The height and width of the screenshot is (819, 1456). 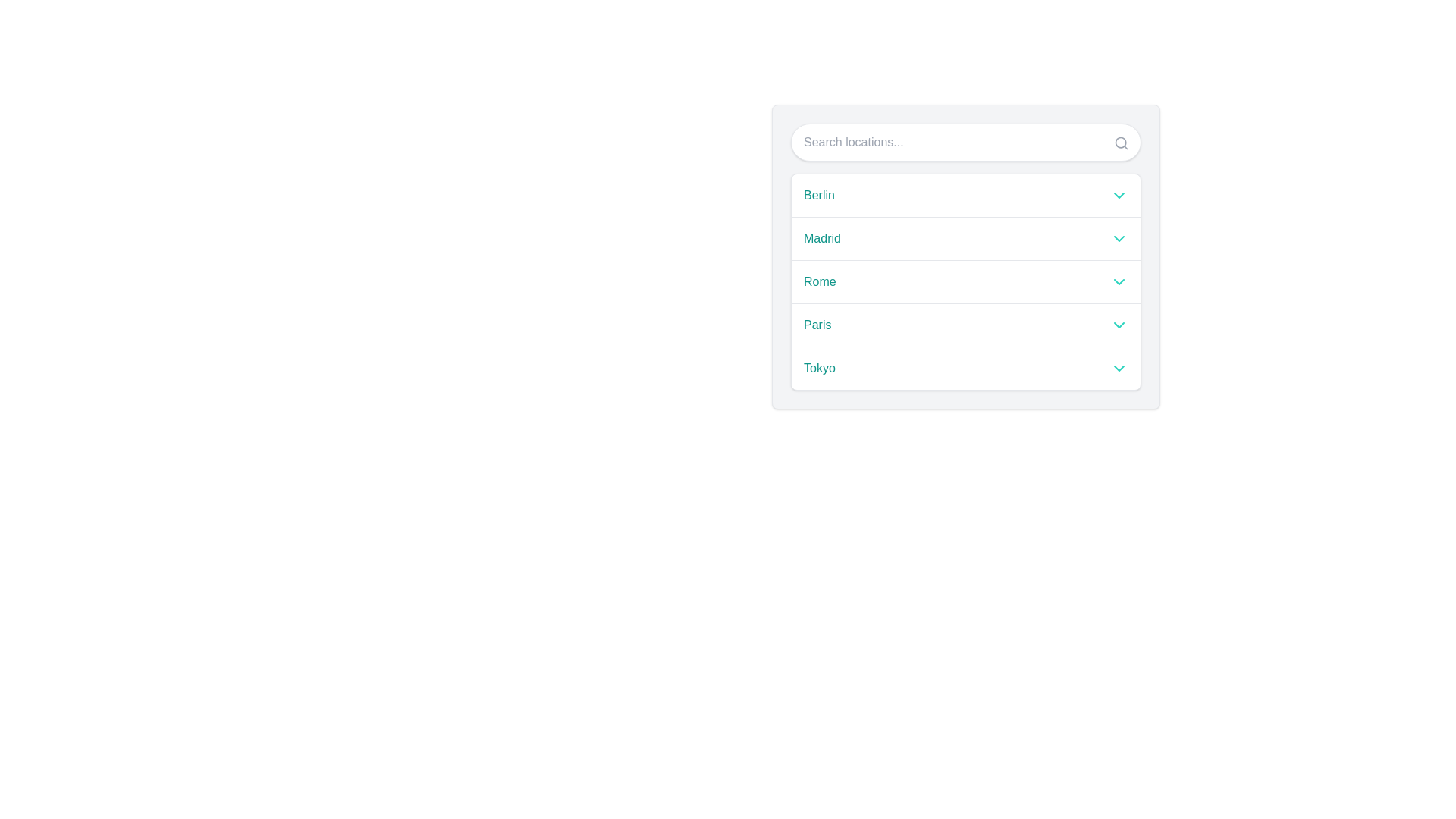 I want to click on the search icon, which is a gray magnifying glass icon located at the top-right of the search bar, characterized by its minimalistic design and 24x24 pixel size, so click(x=1121, y=143).